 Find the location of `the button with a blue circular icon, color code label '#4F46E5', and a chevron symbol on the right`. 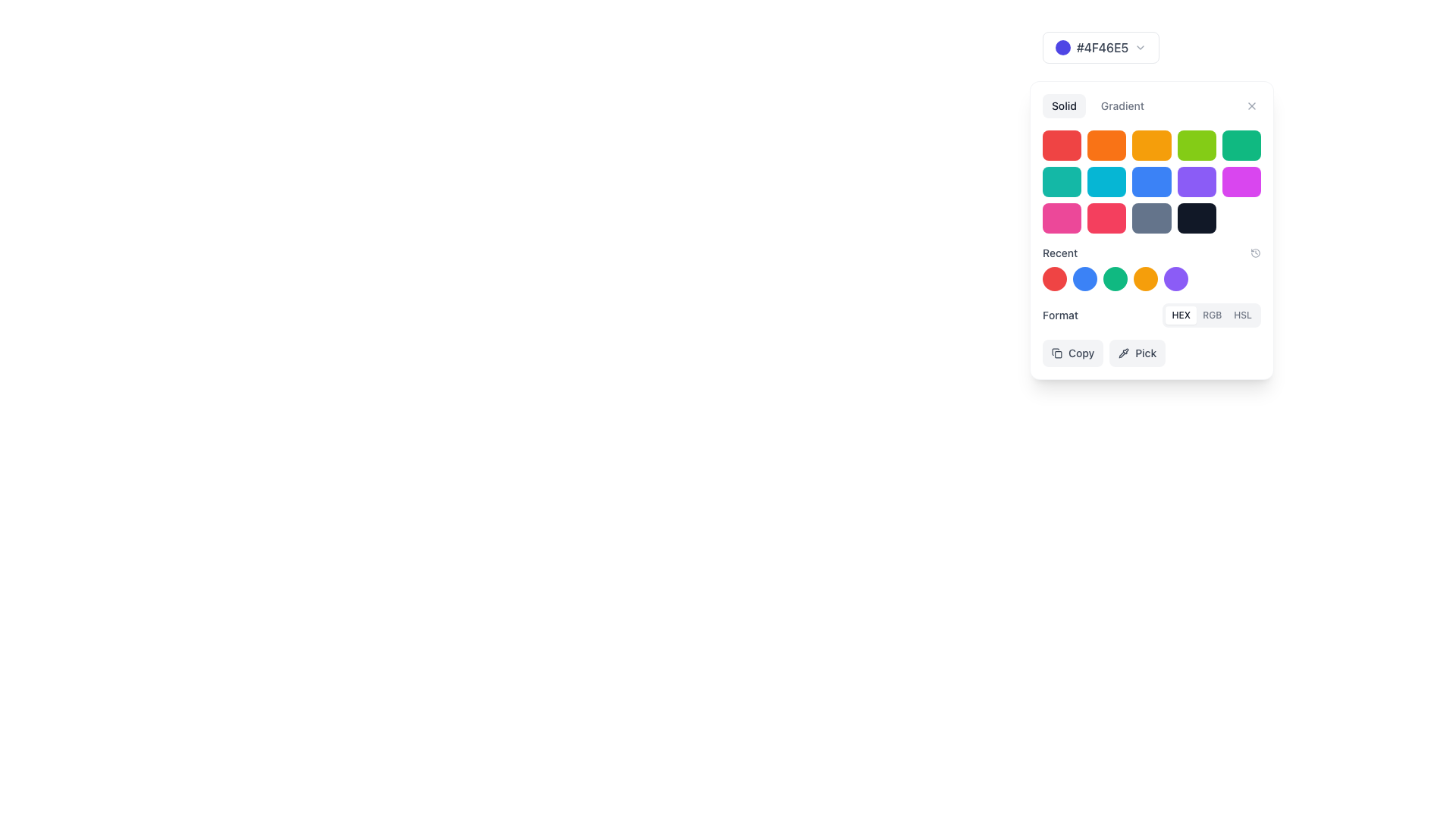

the button with a blue circular icon, color code label '#4F46E5', and a chevron symbol on the right is located at coordinates (1101, 46).